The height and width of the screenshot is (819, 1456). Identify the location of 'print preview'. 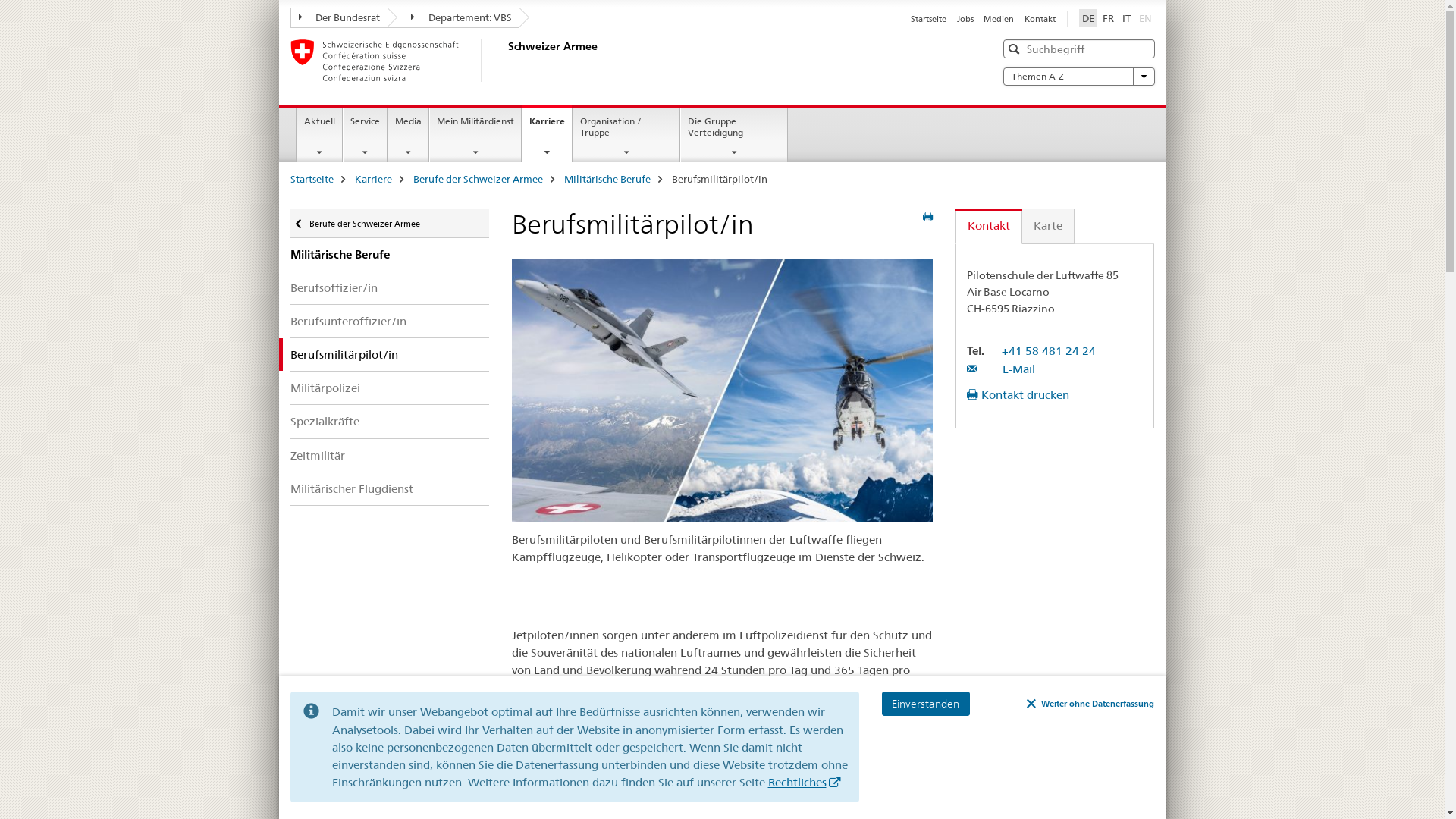
(927, 216).